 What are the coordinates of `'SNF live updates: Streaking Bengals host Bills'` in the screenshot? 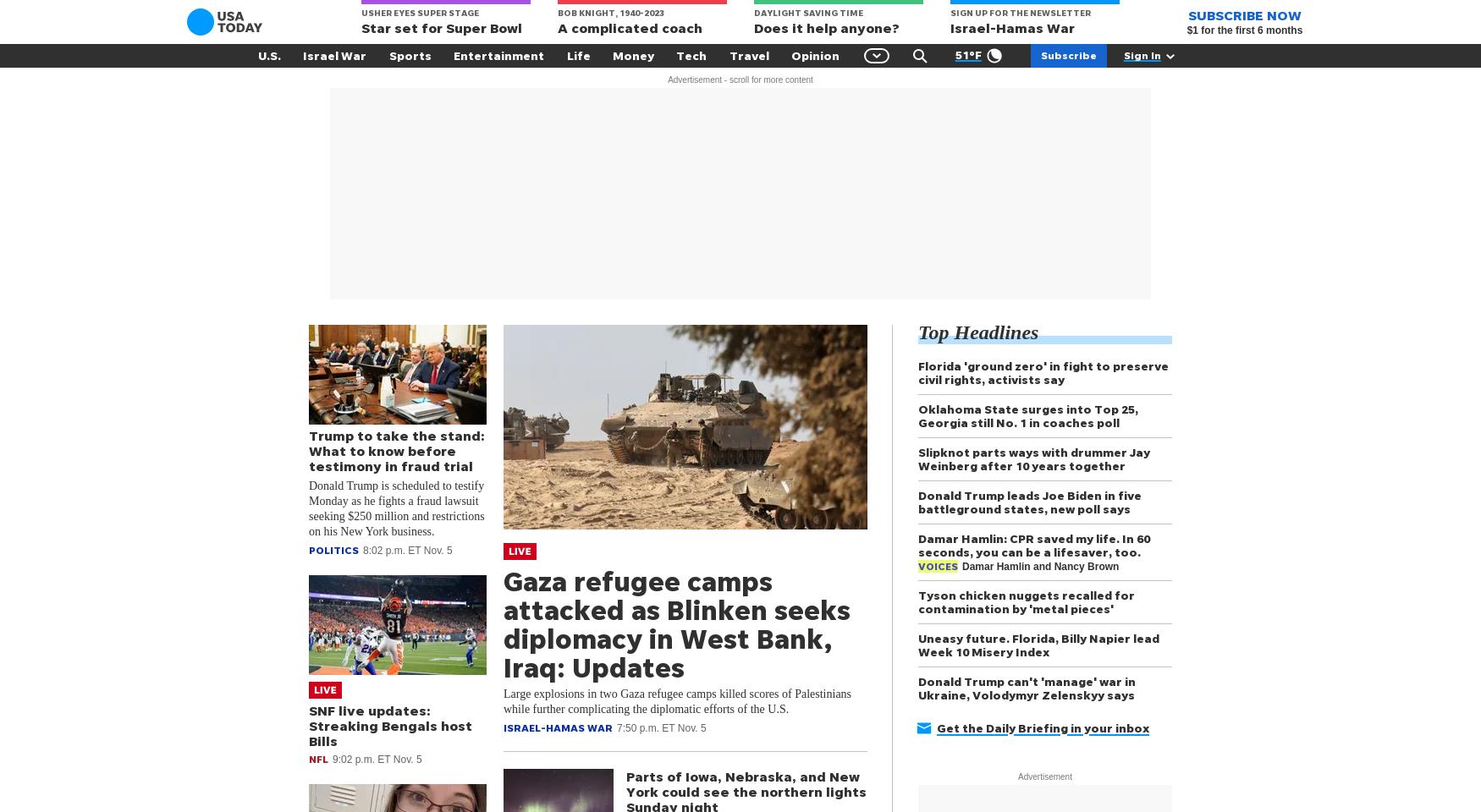 It's located at (390, 725).